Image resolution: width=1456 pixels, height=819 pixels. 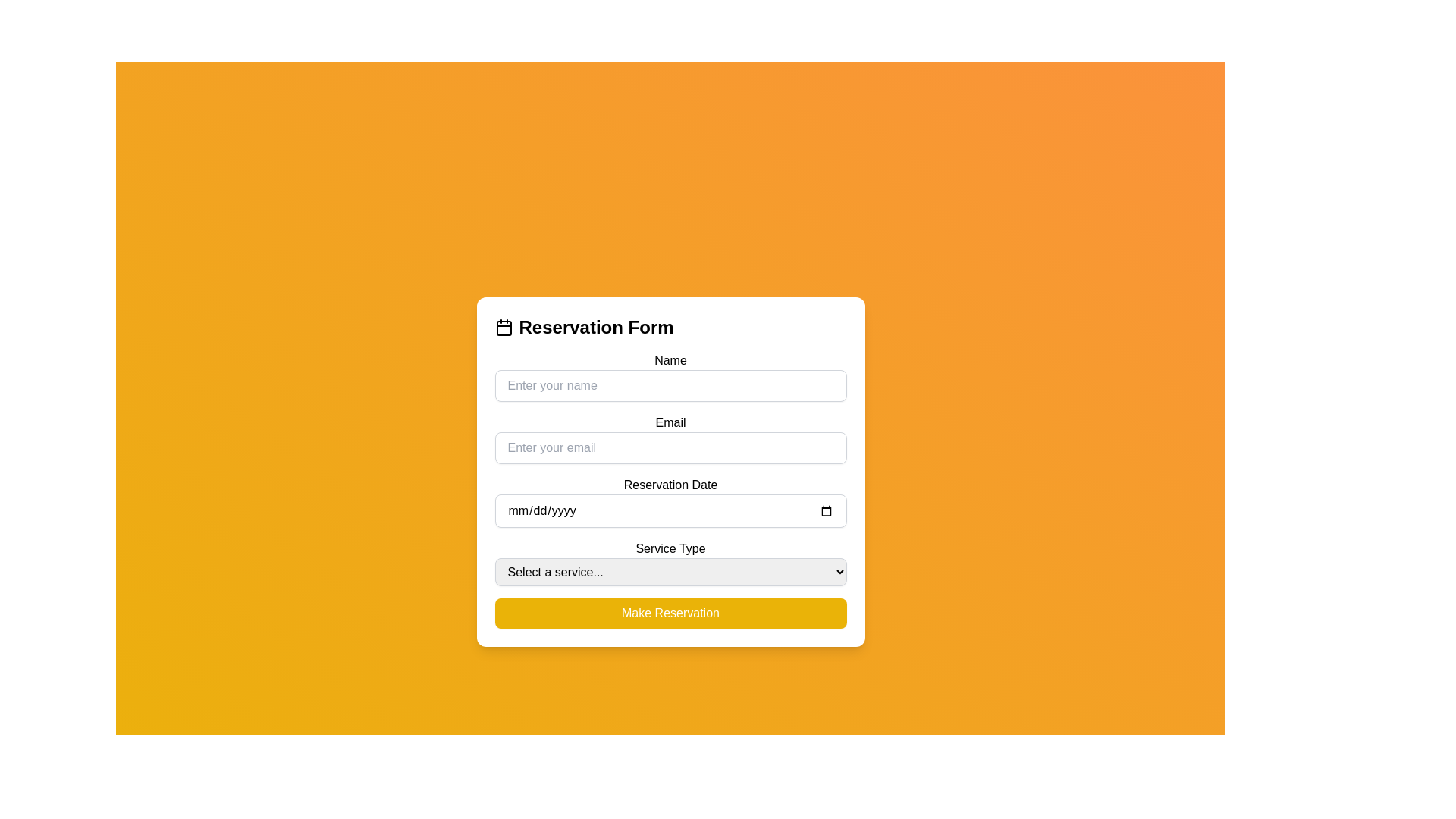 I want to click on the email input field, so click(x=670, y=438).